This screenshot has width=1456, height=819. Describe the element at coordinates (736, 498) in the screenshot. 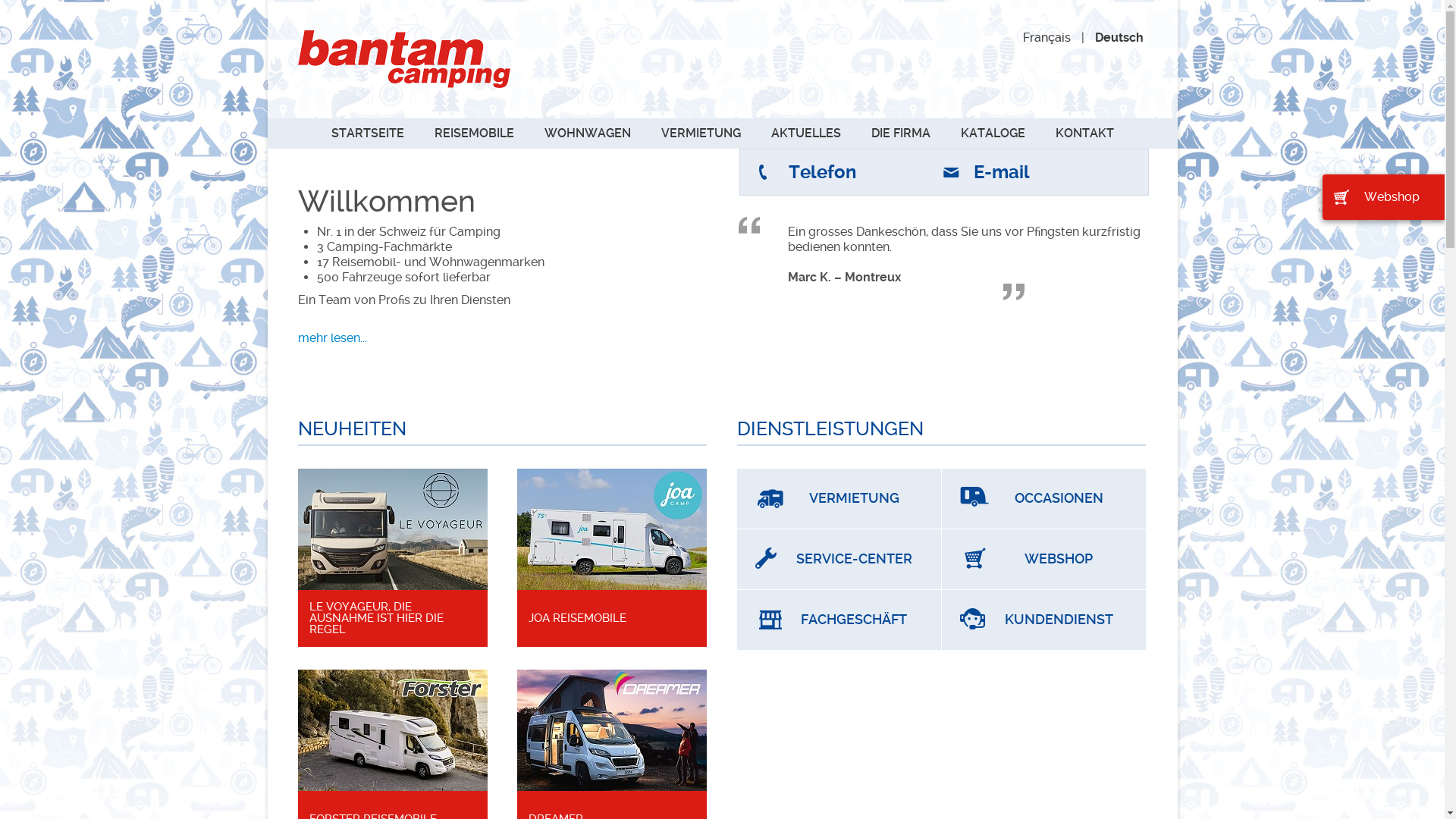

I see `'VERMIETUNG'` at that location.